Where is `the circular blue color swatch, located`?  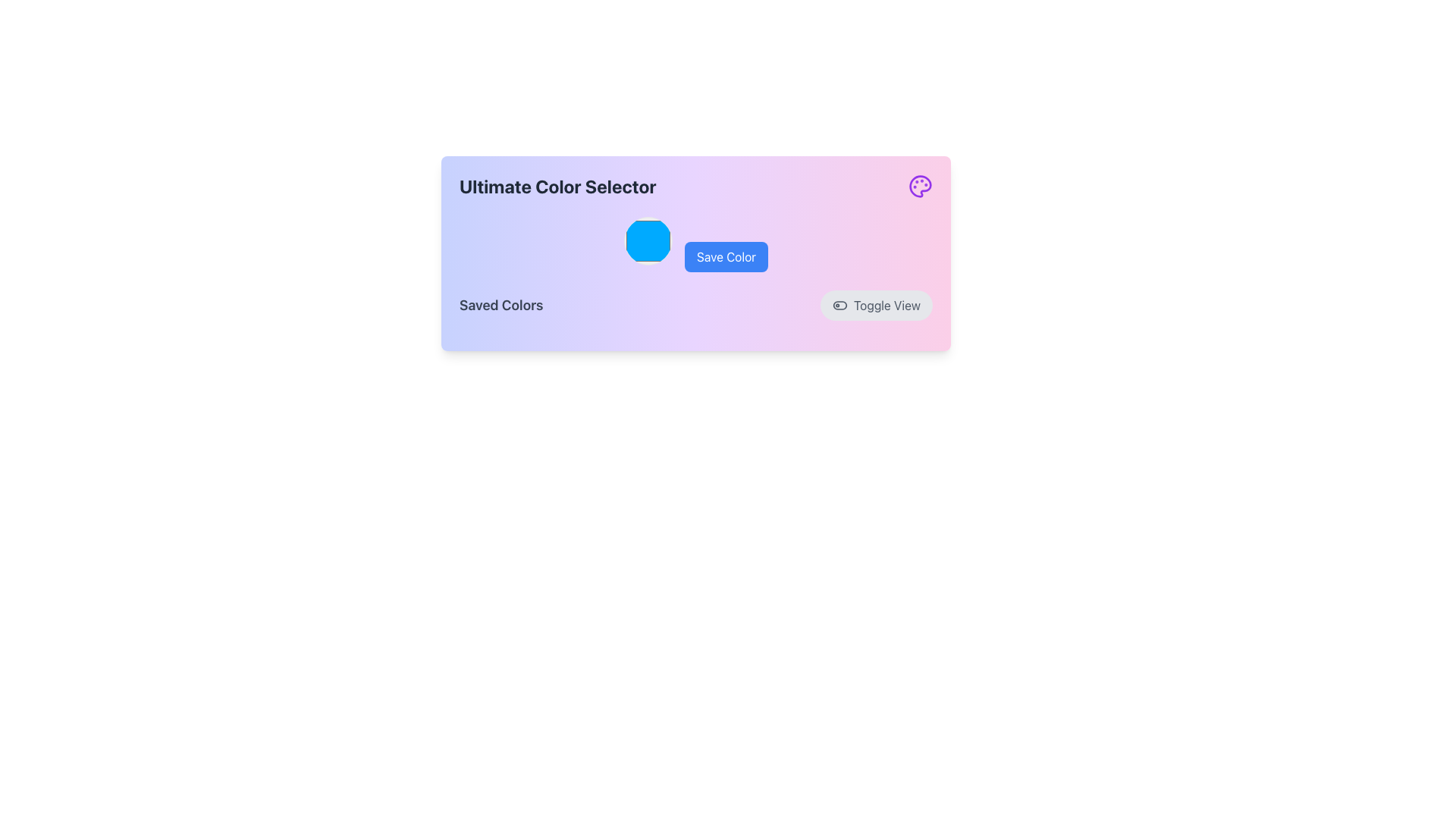
the circular blue color swatch, located is located at coordinates (648, 240).